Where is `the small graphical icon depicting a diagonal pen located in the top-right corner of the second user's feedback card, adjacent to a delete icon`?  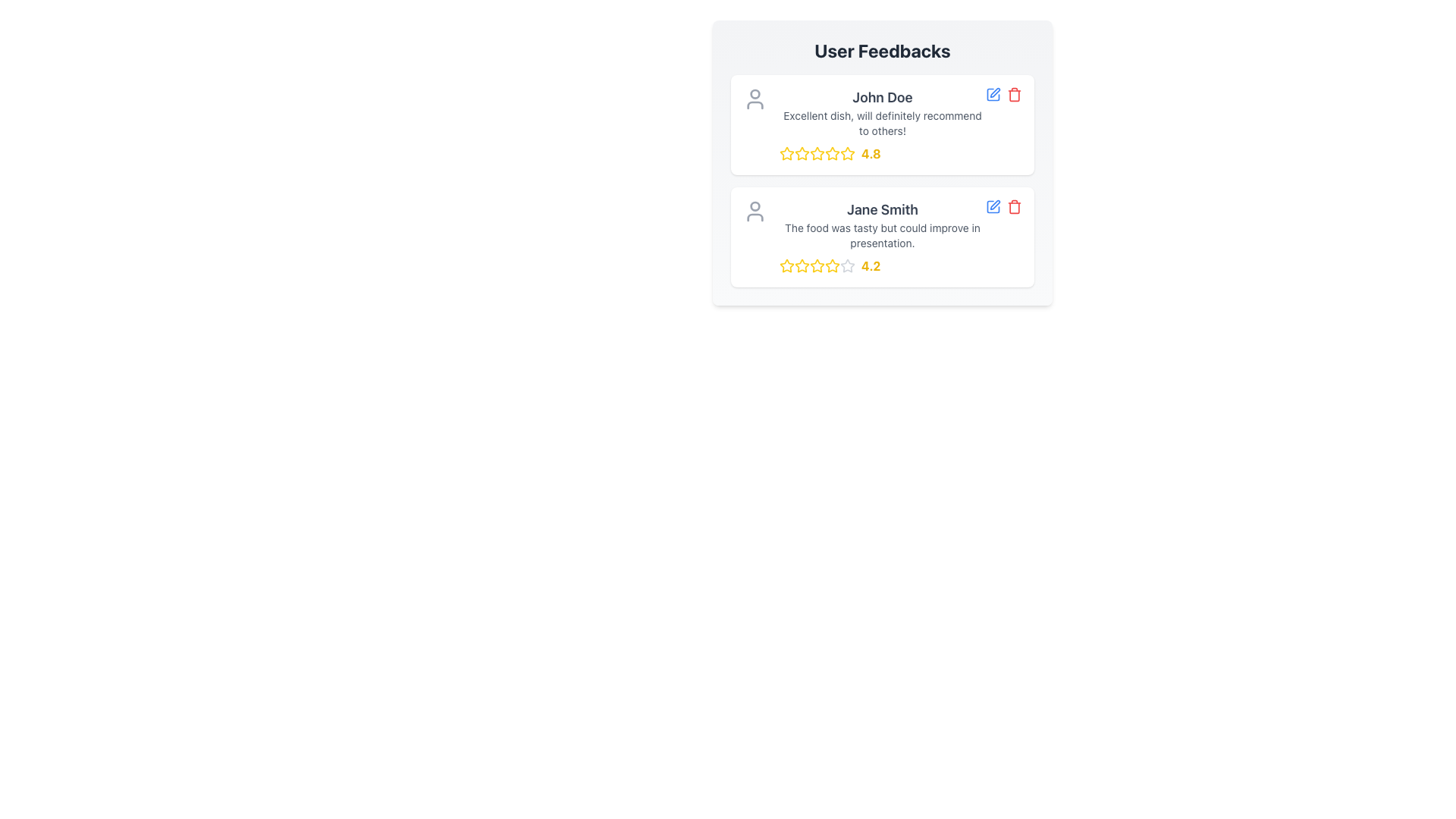 the small graphical icon depicting a diagonal pen located in the top-right corner of the second user's feedback card, adjacent to a delete icon is located at coordinates (995, 93).